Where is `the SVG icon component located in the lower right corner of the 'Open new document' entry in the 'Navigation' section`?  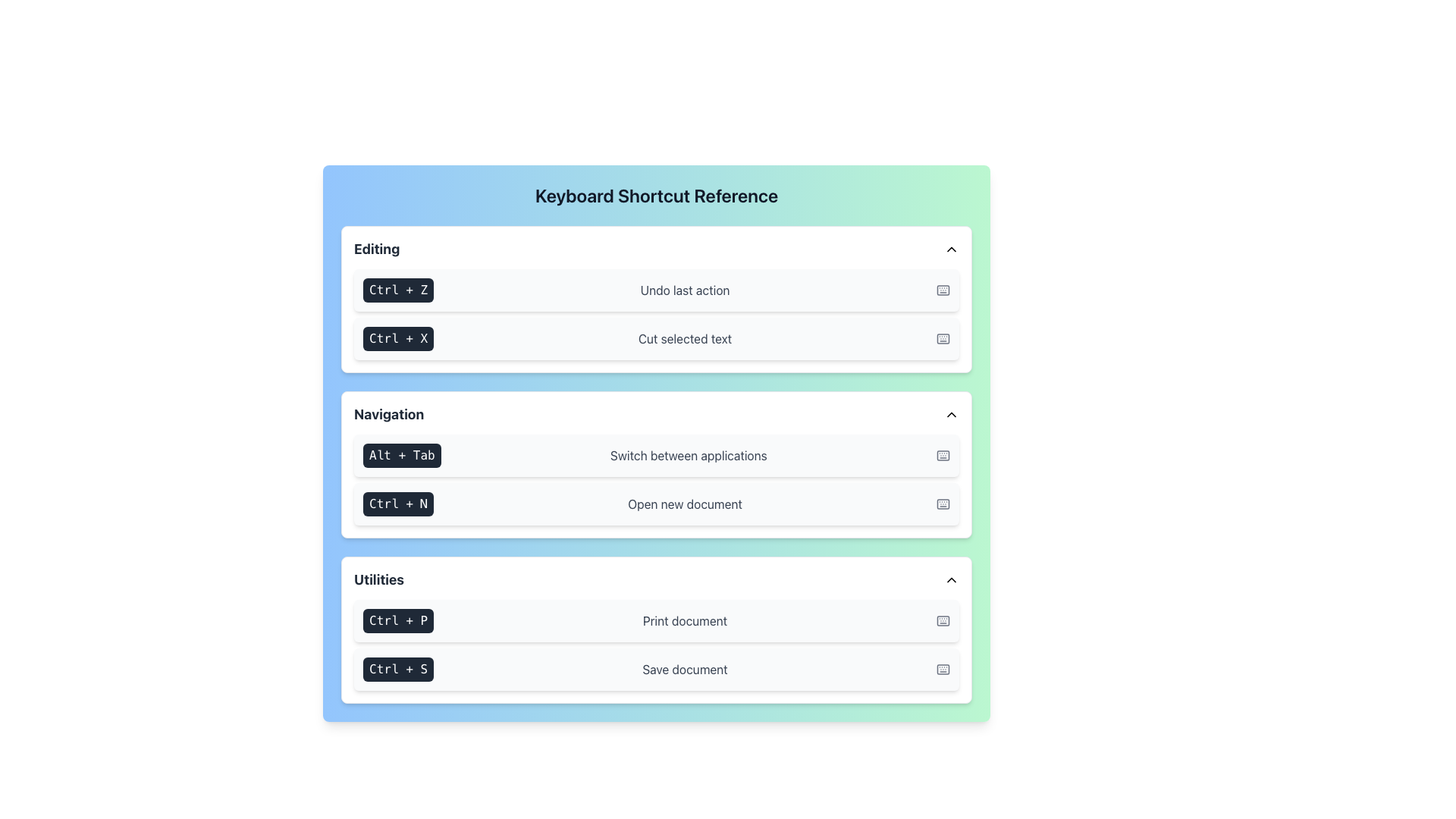
the SVG icon component located in the lower right corner of the 'Open new document' entry in the 'Navigation' section is located at coordinates (942, 504).